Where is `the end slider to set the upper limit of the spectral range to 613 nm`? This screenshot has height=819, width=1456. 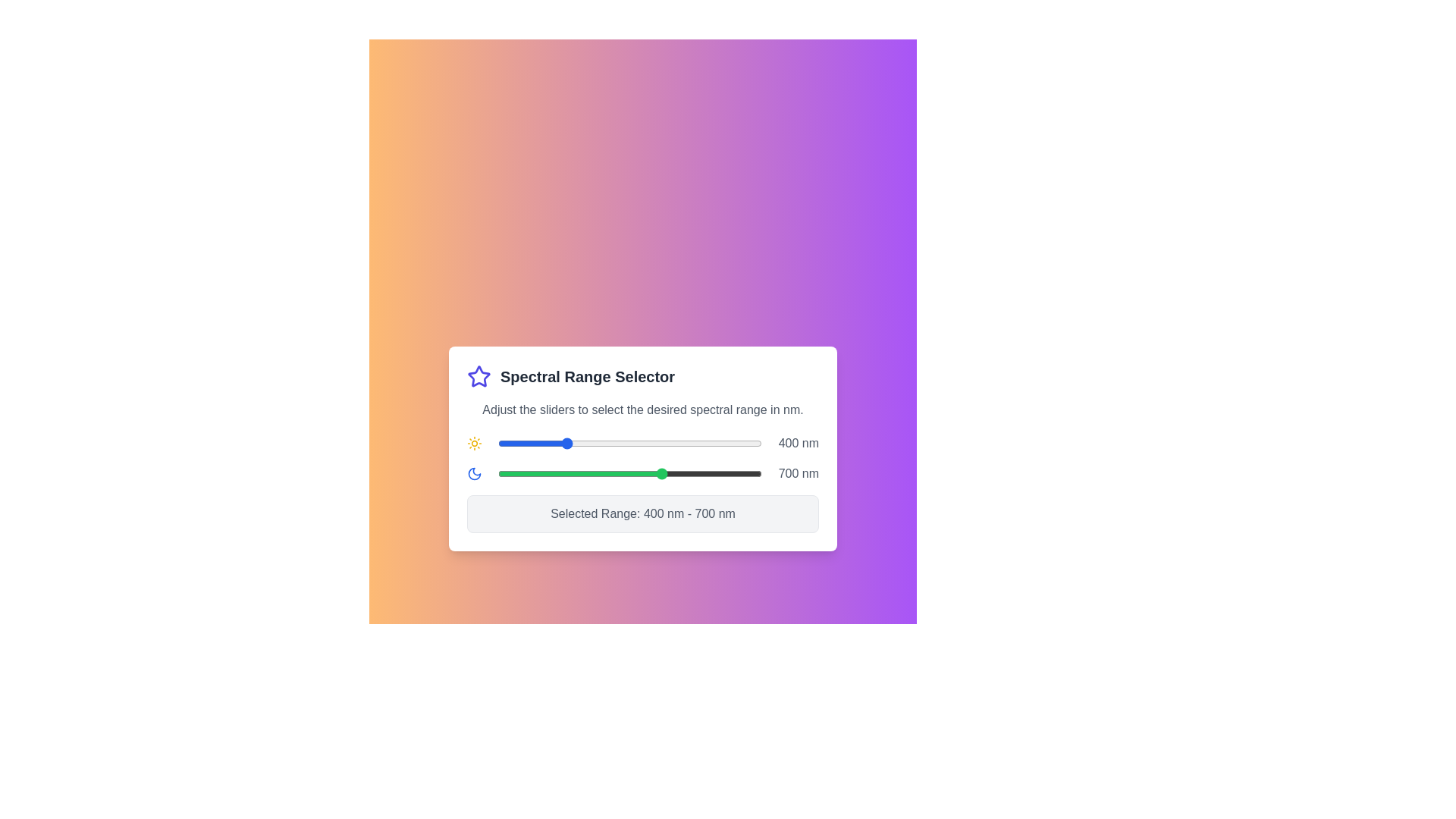 the end slider to set the upper limit of the spectral range to 613 nm is located at coordinates (634, 472).